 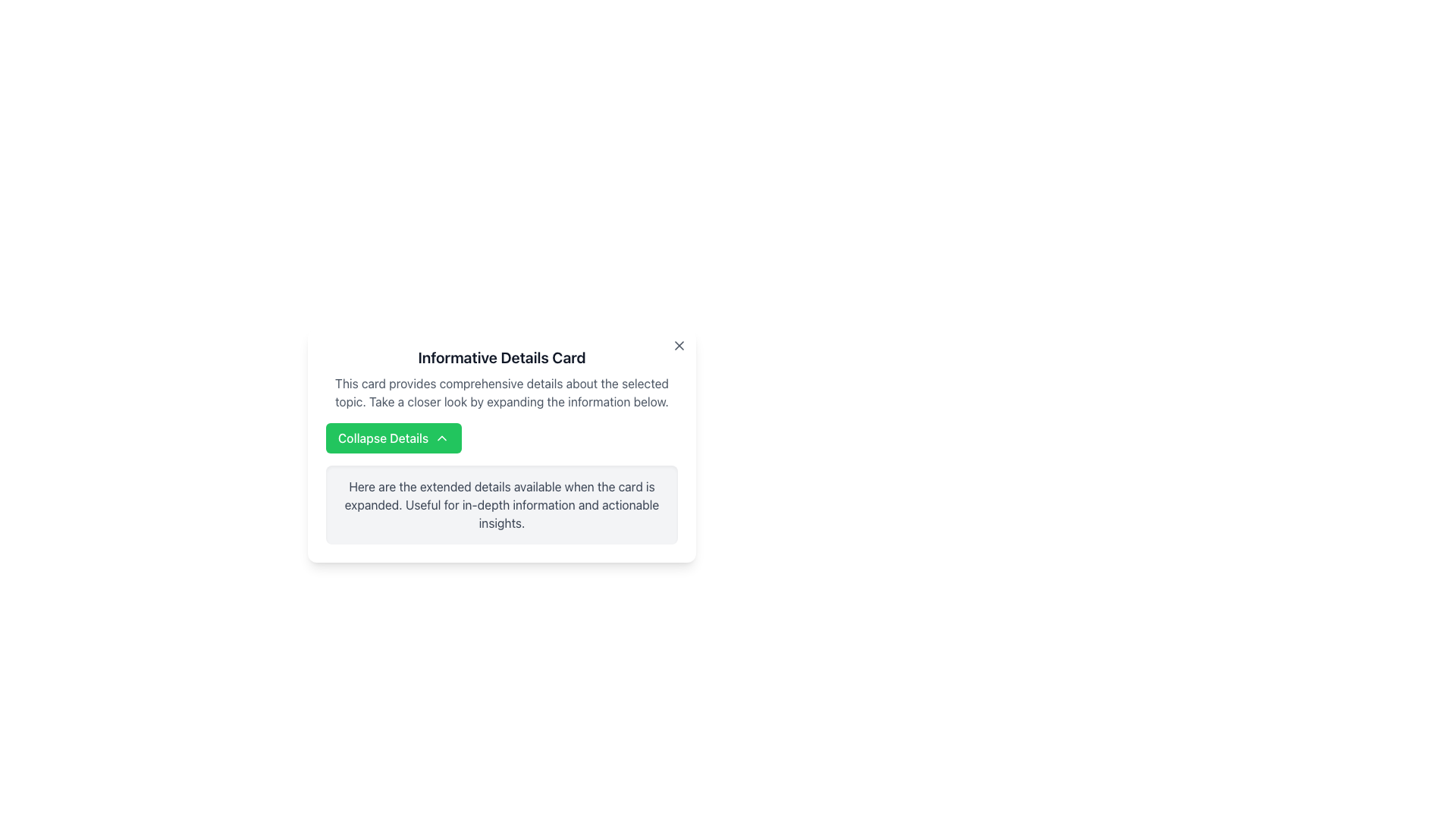 I want to click on the Arrow Icon located at the right end of the 'Collapse Details' button within the 'Informative Details Card', so click(x=441, y=438).